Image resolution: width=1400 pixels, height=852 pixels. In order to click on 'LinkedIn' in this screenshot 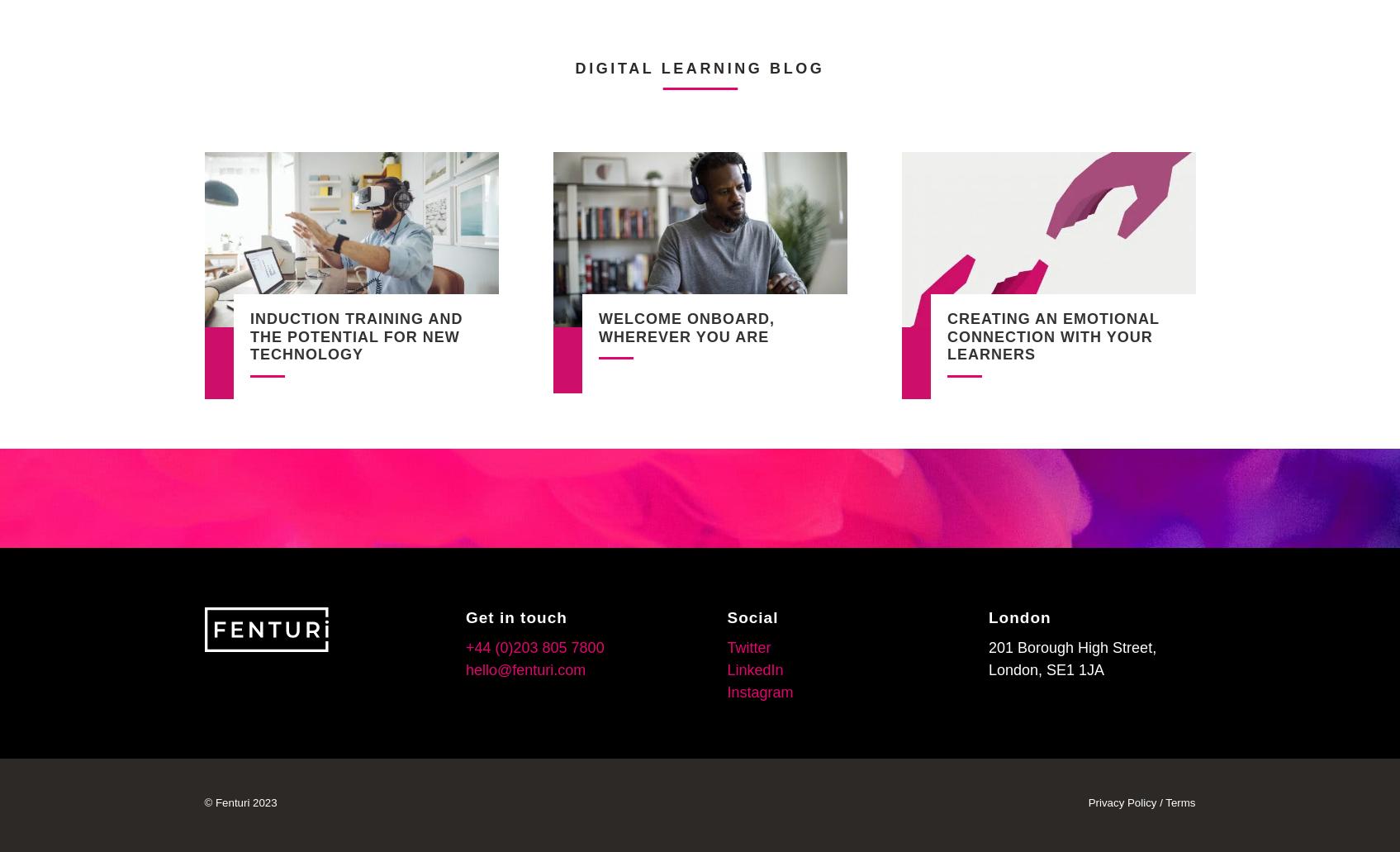, I will do `click(754, 669)`.